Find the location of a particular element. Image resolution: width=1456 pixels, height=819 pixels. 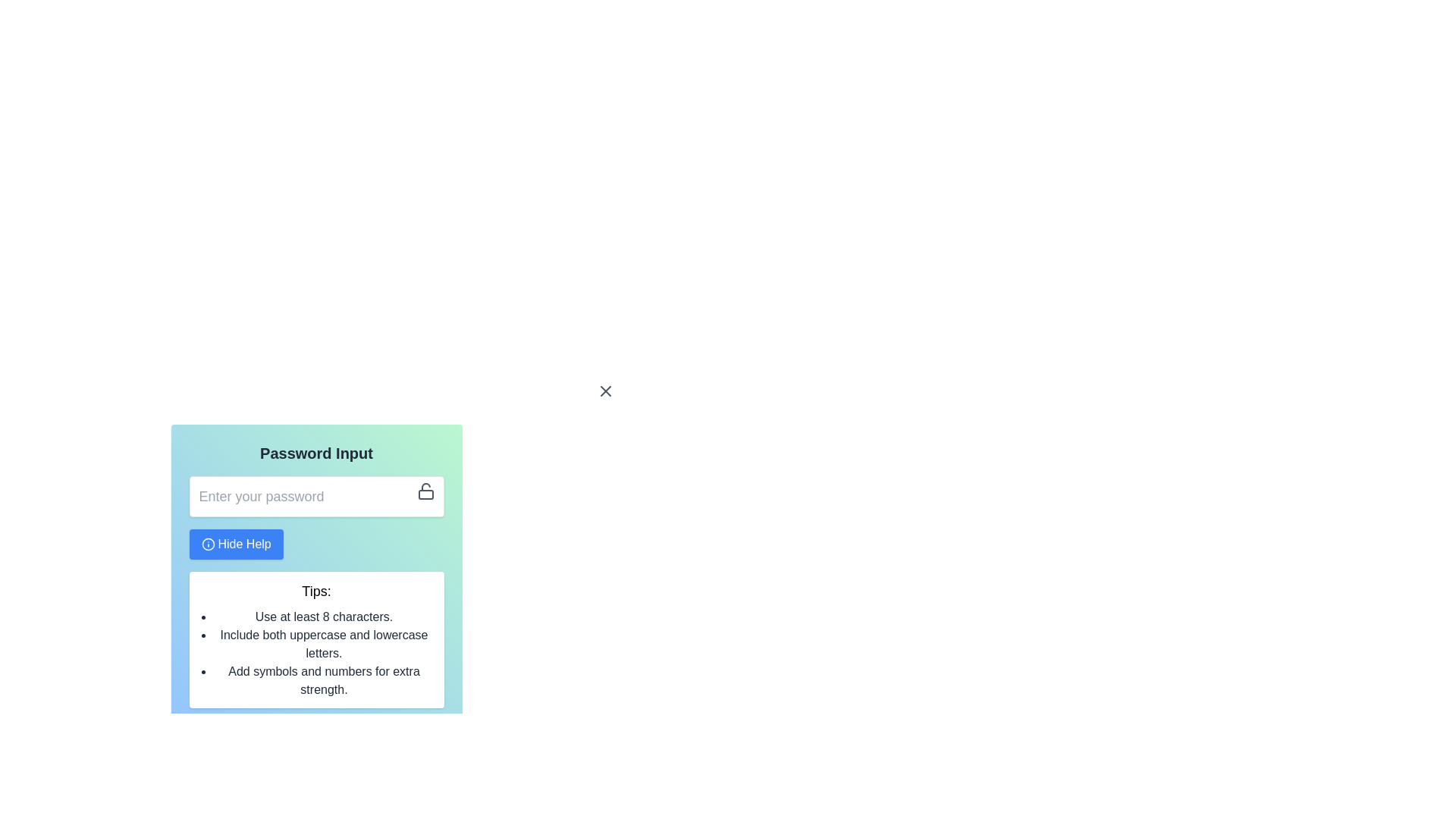

informative text list providing guidelines and suggestions for creating a secure password, which is located below the title 'Tips:' in the 'Password Input' interface box is located at coordinates (315, 652).